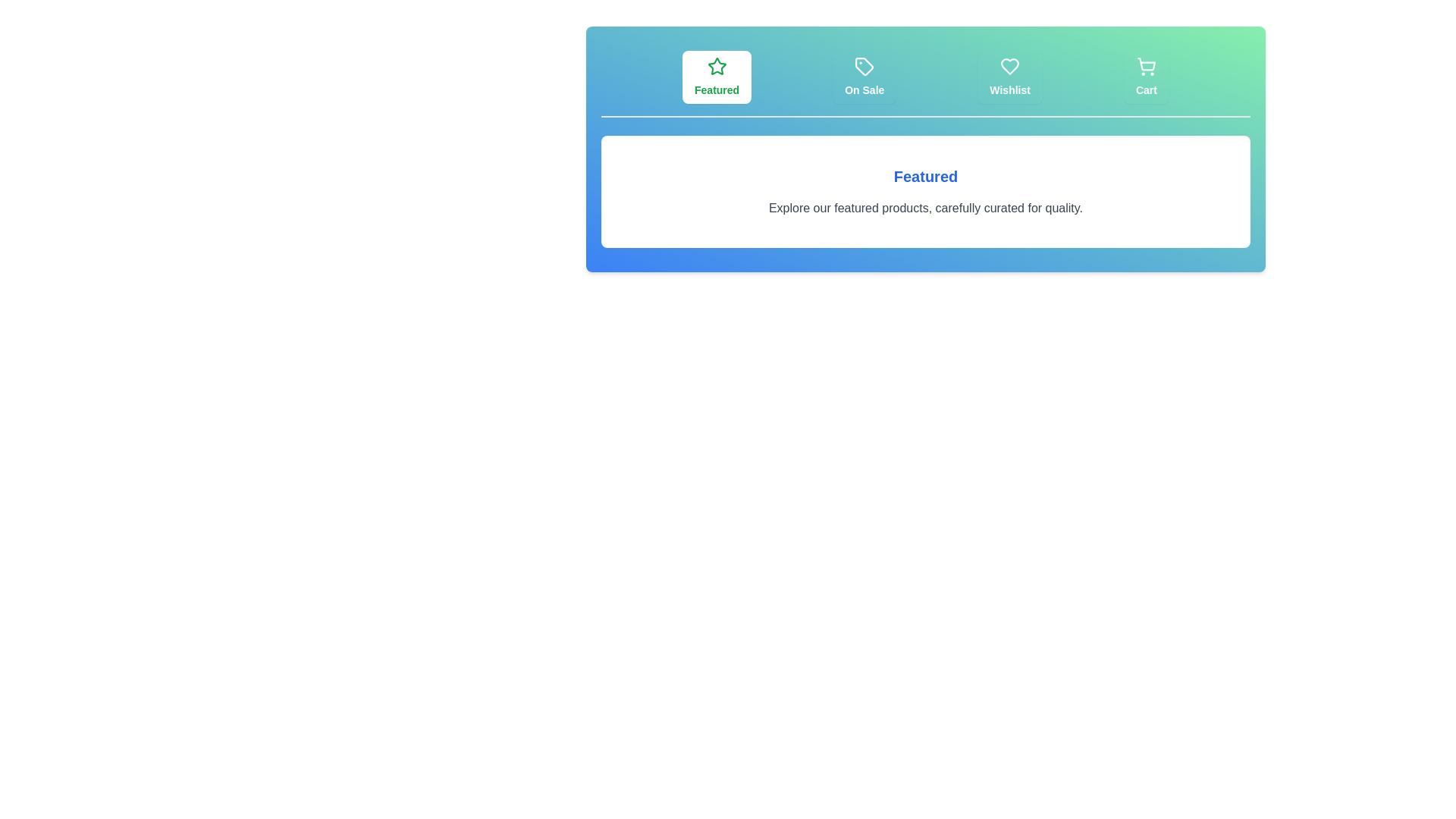 Image resolution: width=1456 pixels, height=819 pixels. I want to click on the tab labeled Wishlist to switch the view, so click(1010, 77).